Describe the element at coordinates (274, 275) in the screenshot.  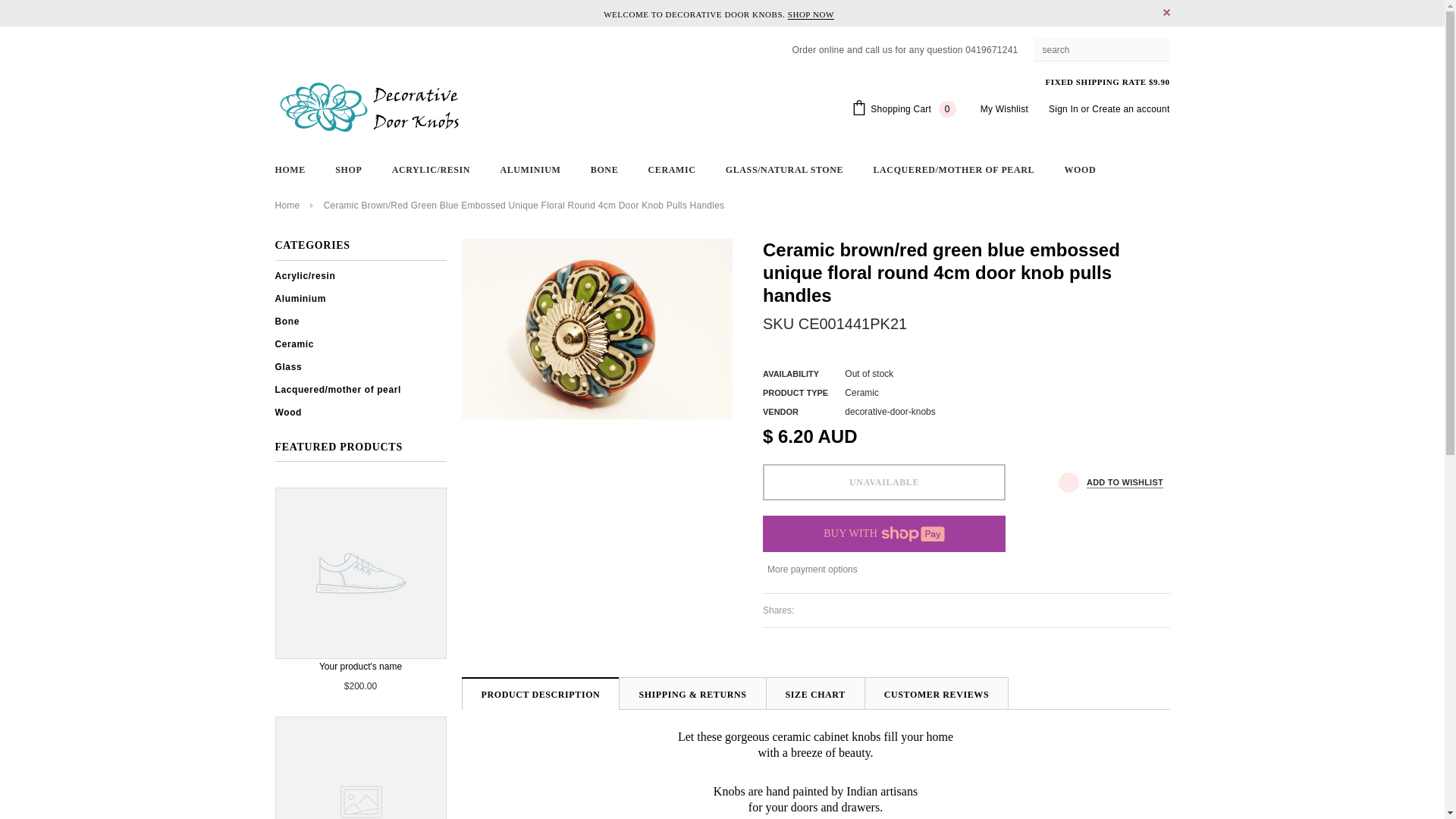
I see `'Acrylic/resin'` at that location.